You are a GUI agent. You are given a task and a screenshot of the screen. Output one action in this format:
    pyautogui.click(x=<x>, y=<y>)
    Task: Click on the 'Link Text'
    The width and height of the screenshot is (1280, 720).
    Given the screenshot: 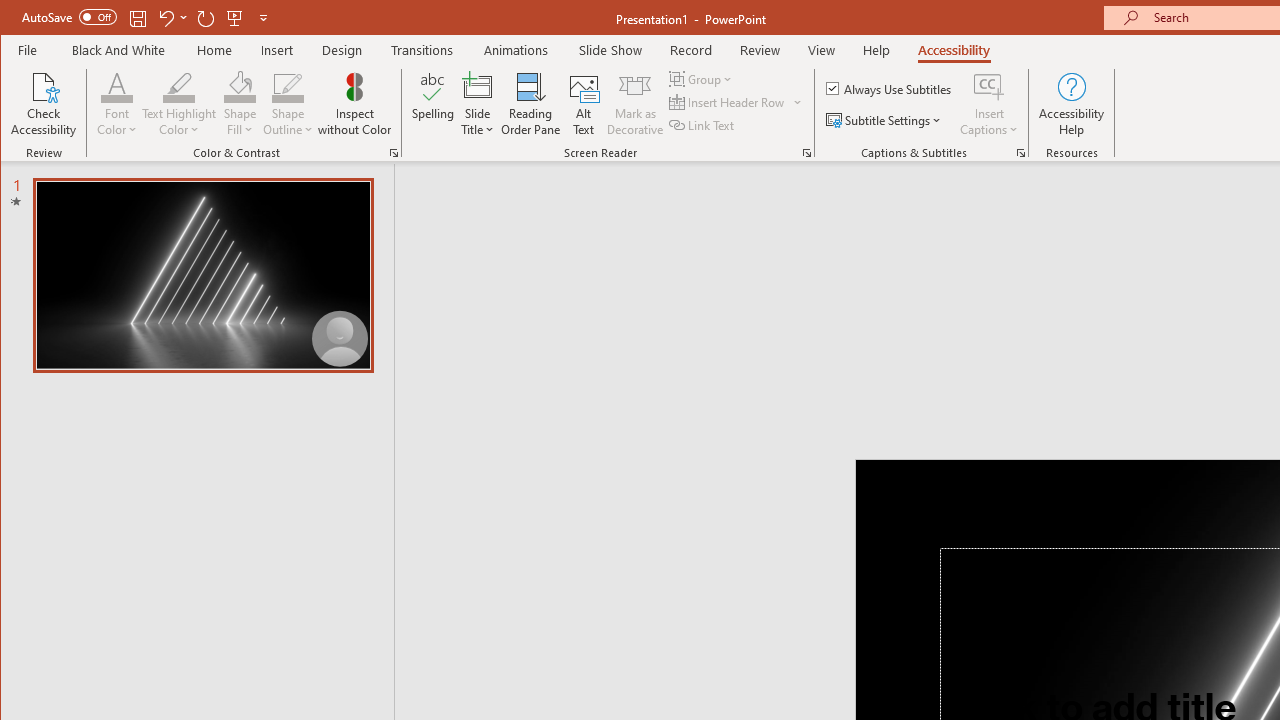 What is the action you would take?
    pyautogui.click(x=703, y=125)
    